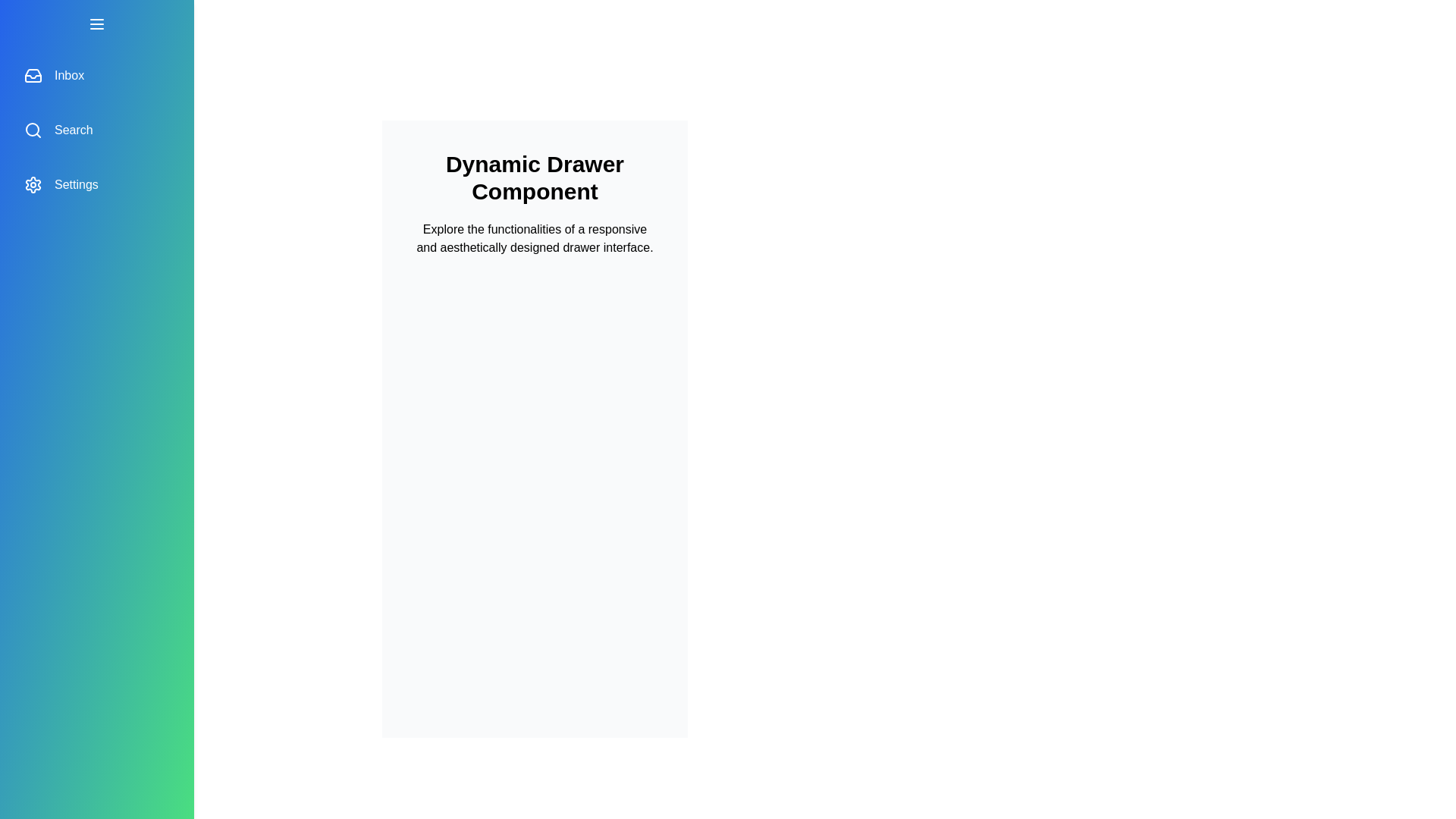 Image resolution: width=1456 pixels, height=819 pixels. What do you see at coordinates (96, 24) in the screenshot?
I see `the toggle button to toggle the drawer open or closed` at bounding box center [96, 24].